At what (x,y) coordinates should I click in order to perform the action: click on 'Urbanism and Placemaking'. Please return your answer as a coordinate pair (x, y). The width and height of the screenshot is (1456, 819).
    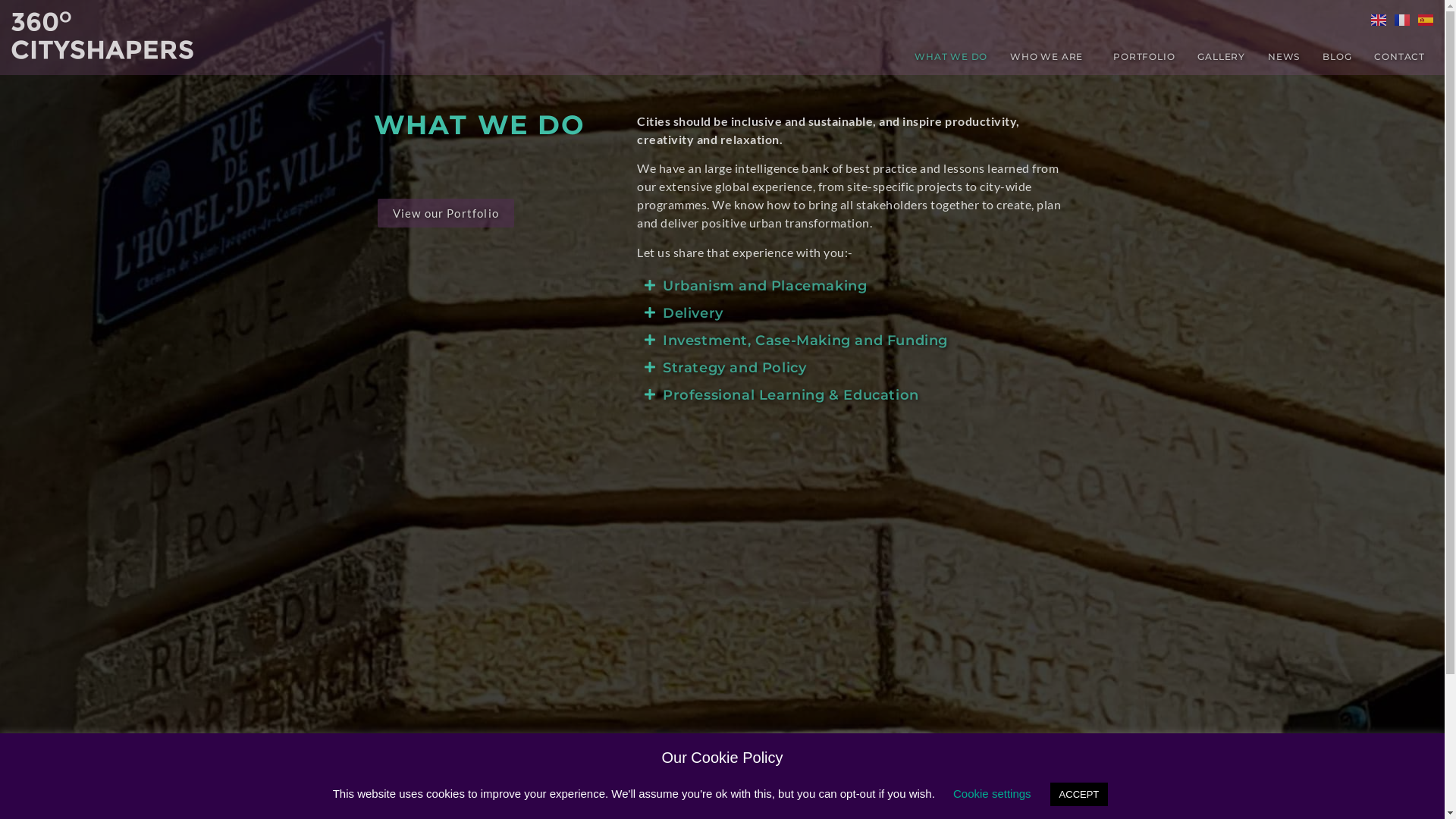
    Looking at the image, I should click on (764, 286).